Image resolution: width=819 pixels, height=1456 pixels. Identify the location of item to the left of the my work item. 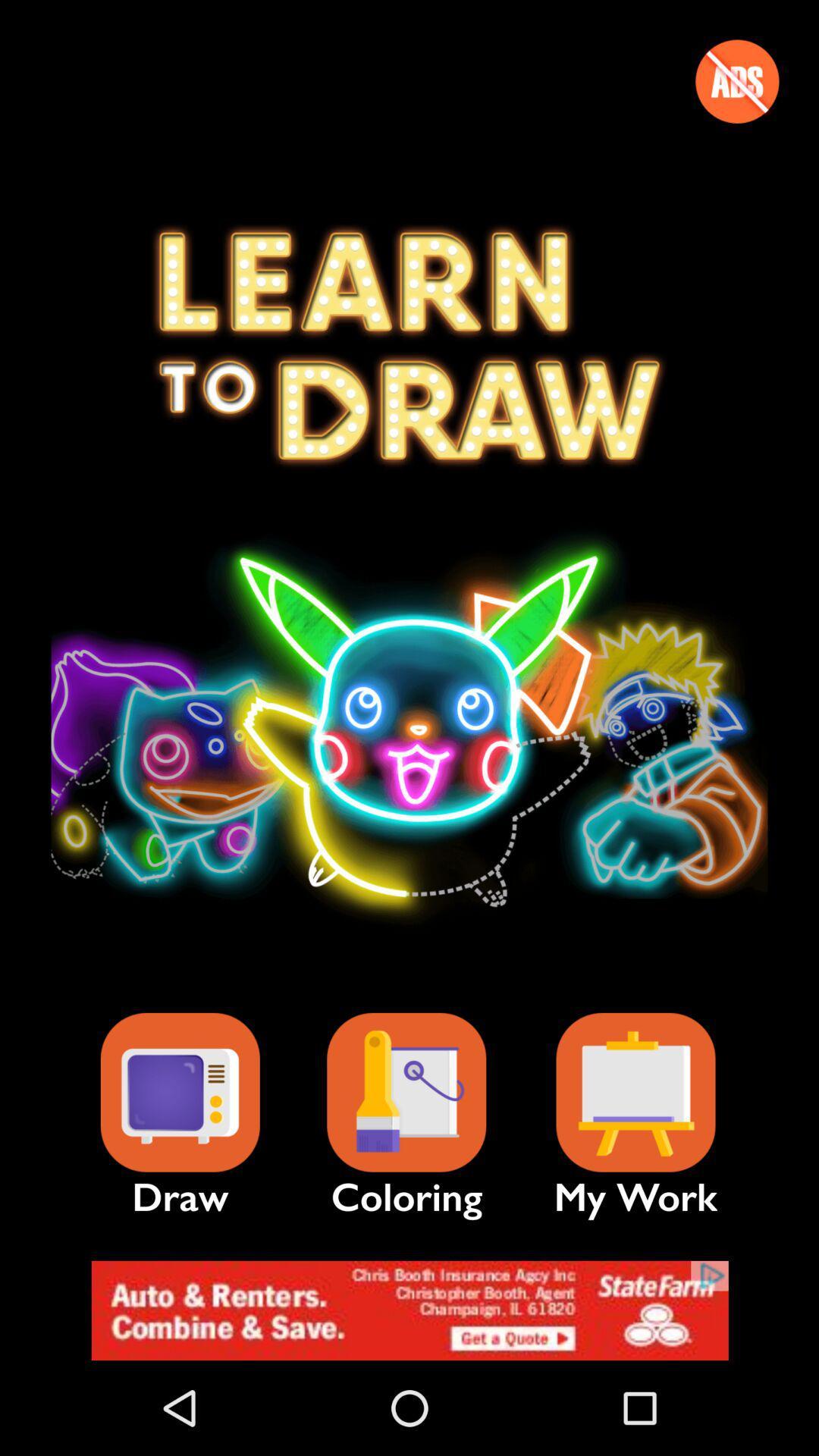
(406, 1093).